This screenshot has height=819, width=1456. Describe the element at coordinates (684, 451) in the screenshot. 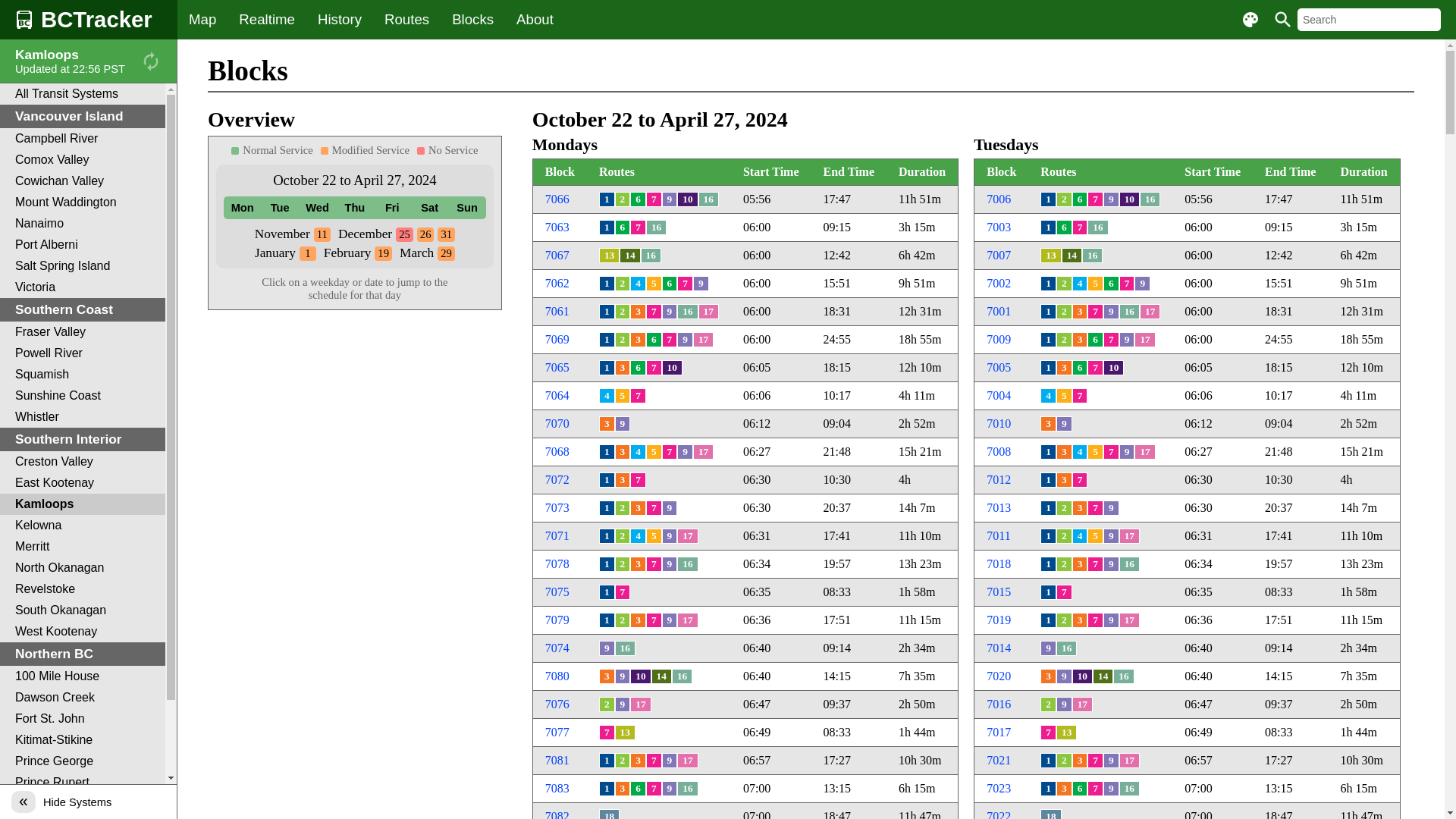

I see `'9'` at that location.